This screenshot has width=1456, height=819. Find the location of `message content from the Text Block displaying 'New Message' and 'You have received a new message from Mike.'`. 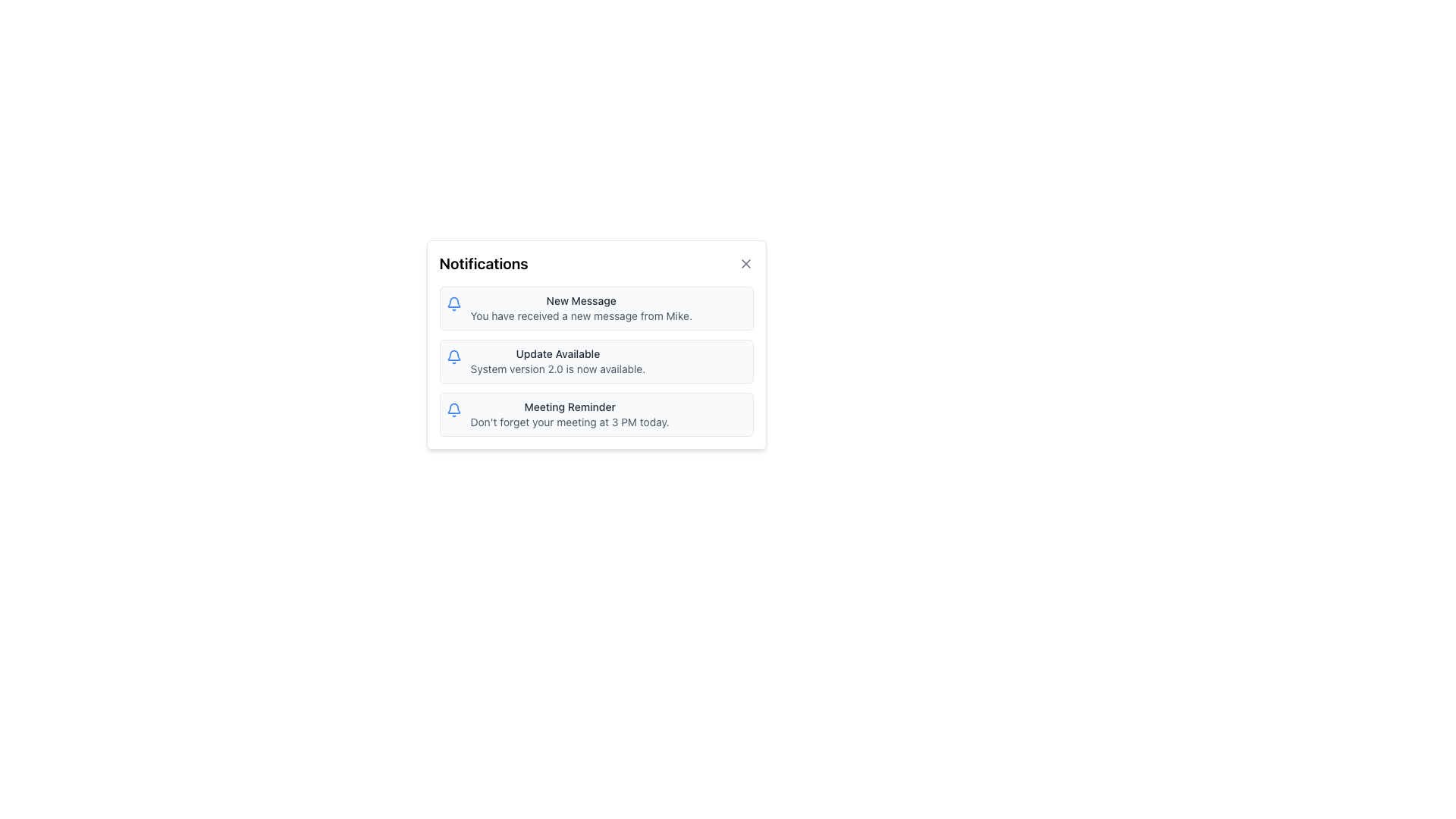

message content from the Text Block displaying 'New Message' and 'You have received a new message from Mike.' is located at coordinates (580, 308).